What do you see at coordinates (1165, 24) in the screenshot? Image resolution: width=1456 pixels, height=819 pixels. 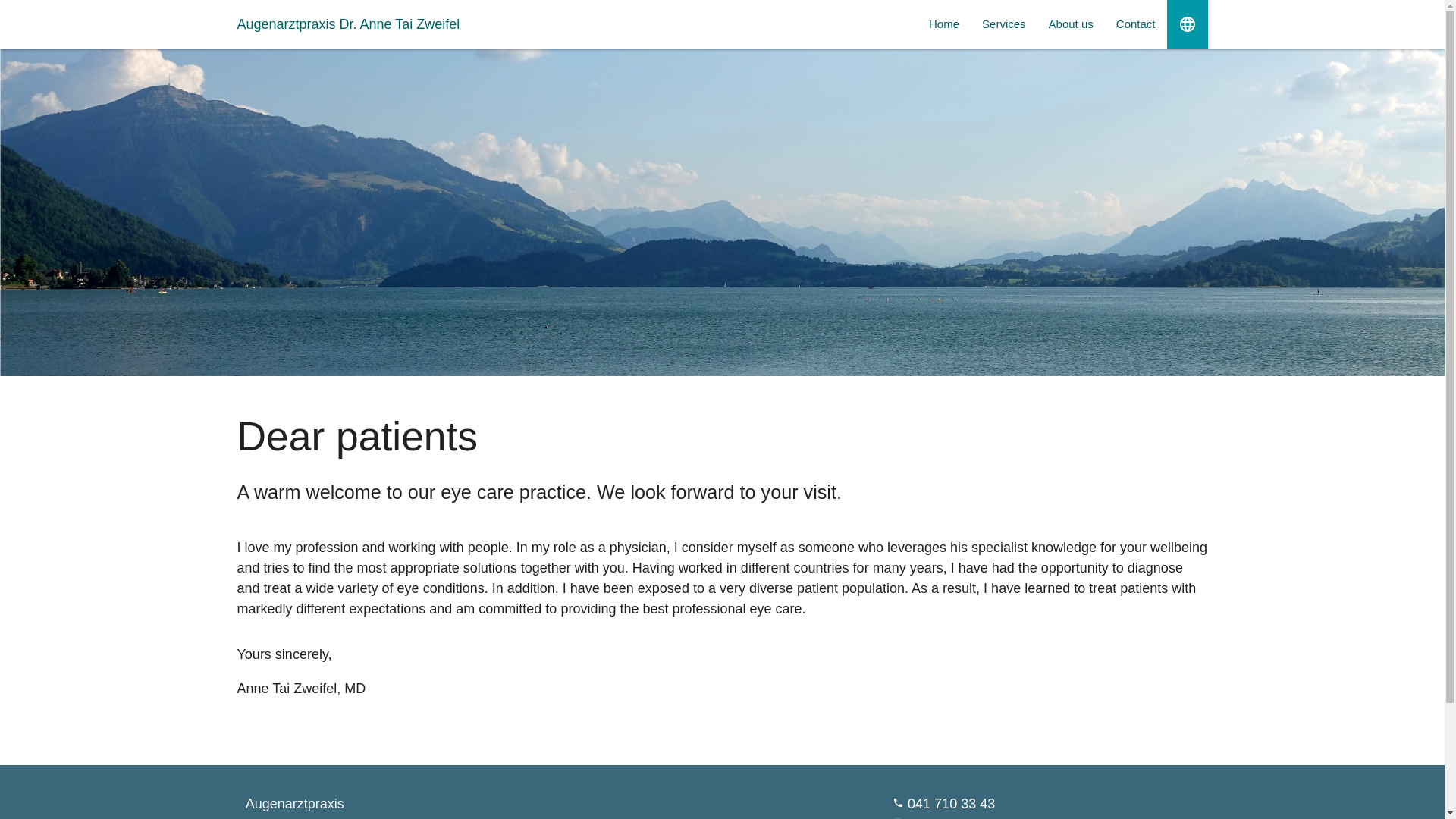 I see `'language'` at bounding box center [1165, 24].